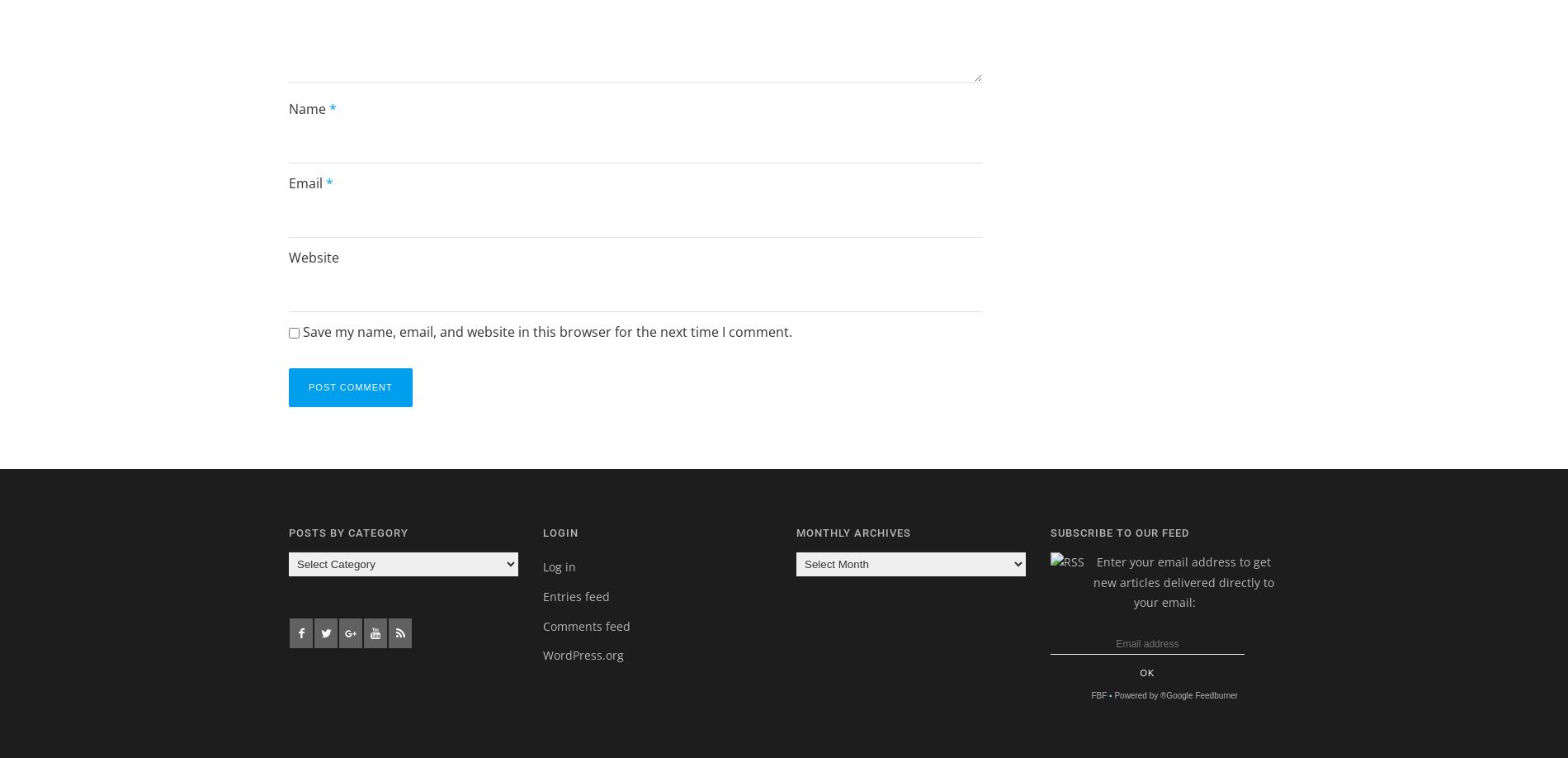 Image resolution: width=1568 pixels, height=758 pixels. What do you see at coordinates (1049, 532) in the screenshot?
I see `'Subscribe to our feed'` at bounding box center [1049, 532].